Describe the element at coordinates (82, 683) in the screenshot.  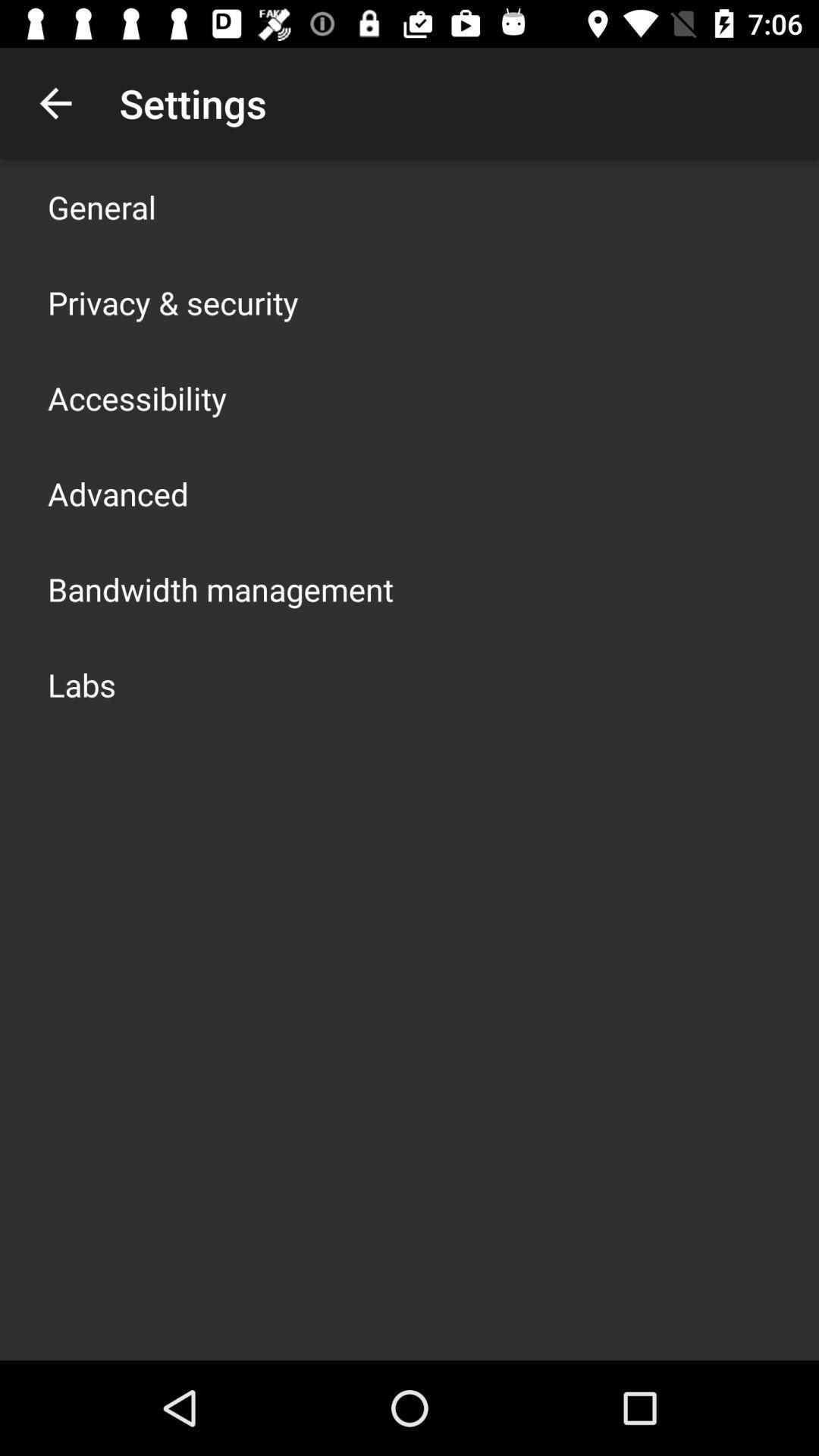
I see `the labs app` at that location.